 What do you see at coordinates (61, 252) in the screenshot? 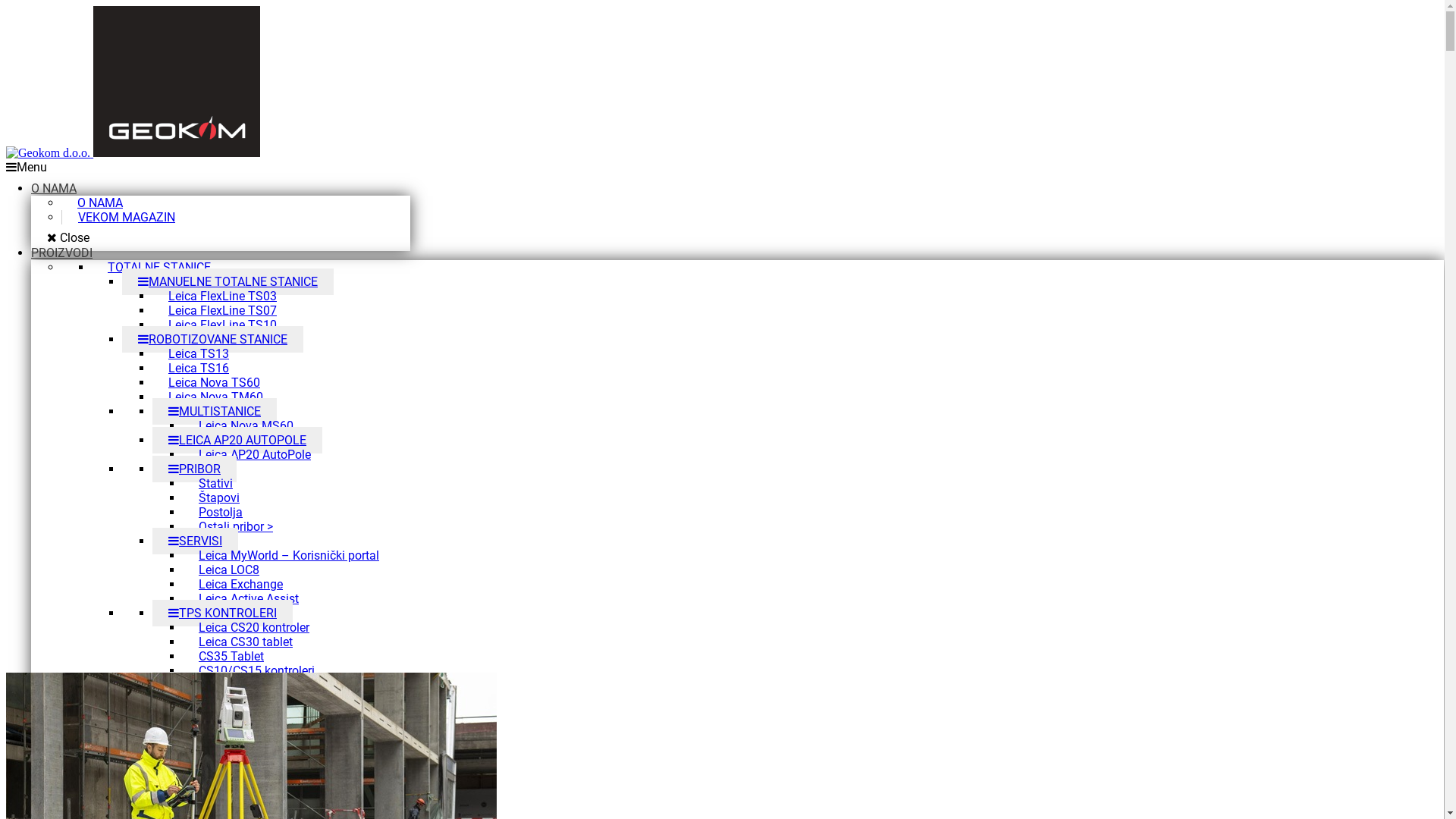
I see `'PROIZVODI'` at bounding box center [61, 252].